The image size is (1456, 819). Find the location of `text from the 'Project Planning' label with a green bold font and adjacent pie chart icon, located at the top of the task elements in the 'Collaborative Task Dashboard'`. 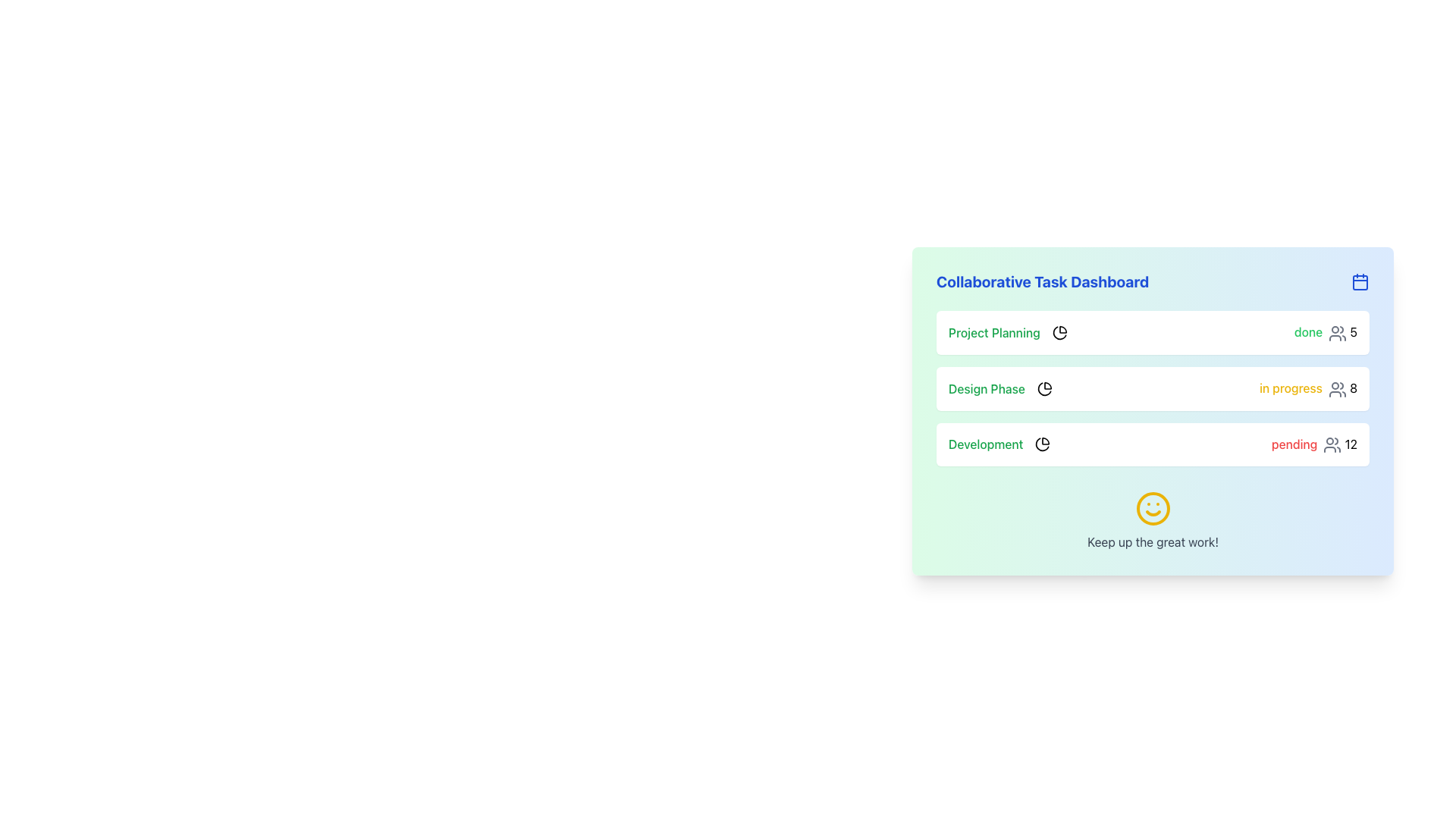

text from the 'Project Planning' label with a green bold font and adjacent pie chart icon, located at the top of the task elements in the 'Collaborative Task Dashboard' is located at coordinates (1008, 331).